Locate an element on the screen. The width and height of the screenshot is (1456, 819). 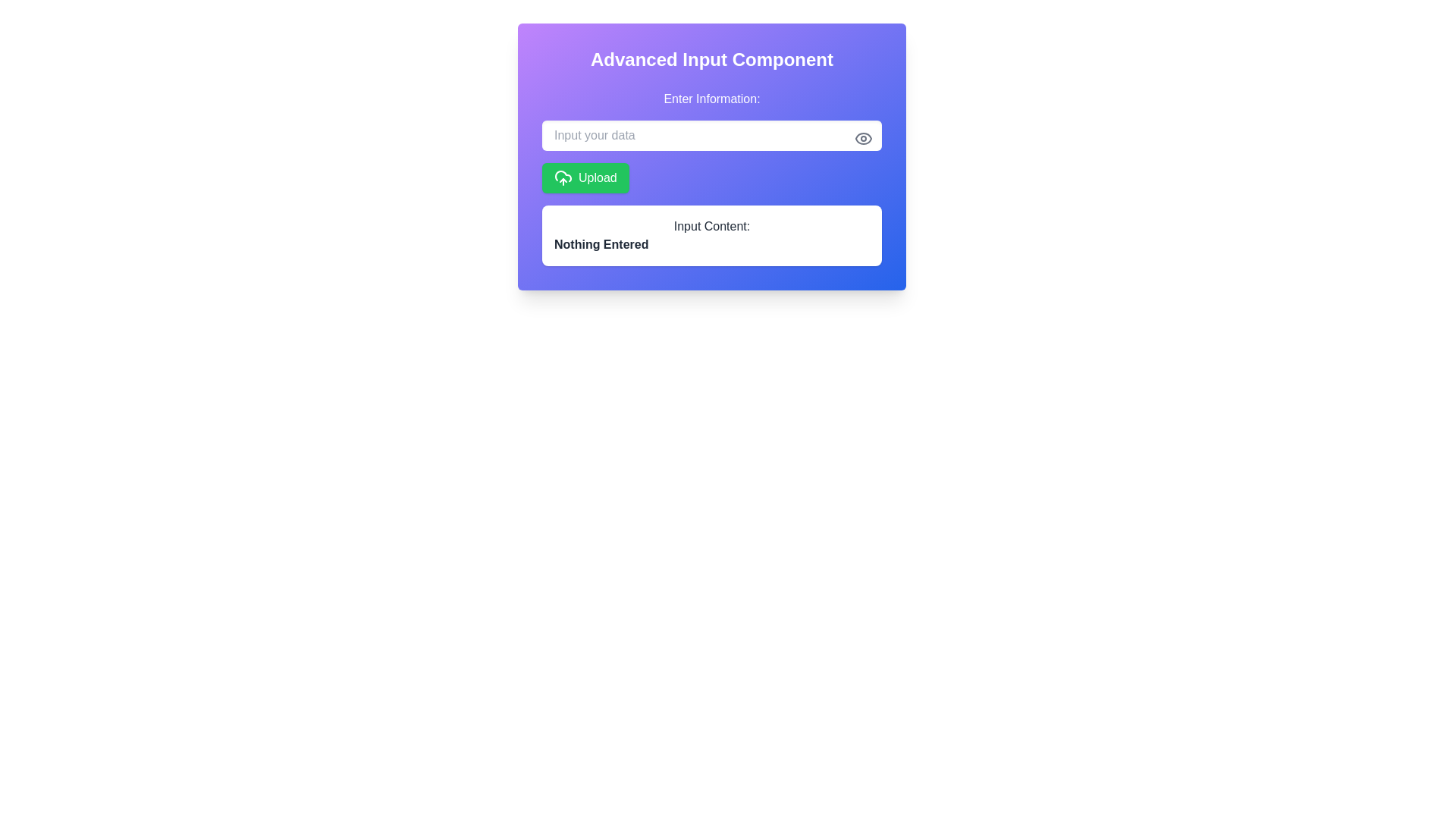
the green rectangular button labeled for upload, located in the lower central portion of the form layout, to initiate the upload action is located at coordinates (597, 177).